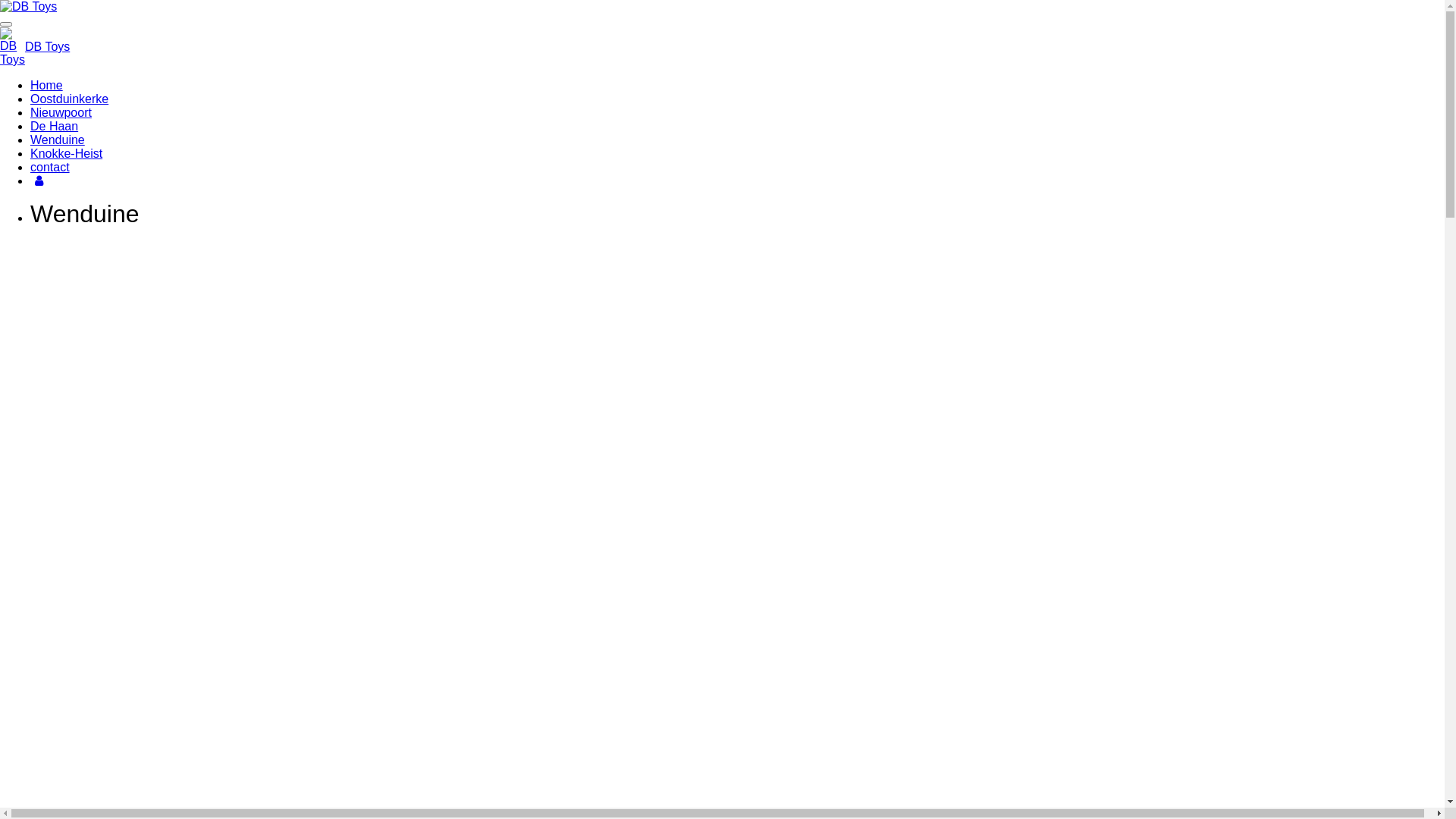  I want to click on 'Account', so click(39, 180).